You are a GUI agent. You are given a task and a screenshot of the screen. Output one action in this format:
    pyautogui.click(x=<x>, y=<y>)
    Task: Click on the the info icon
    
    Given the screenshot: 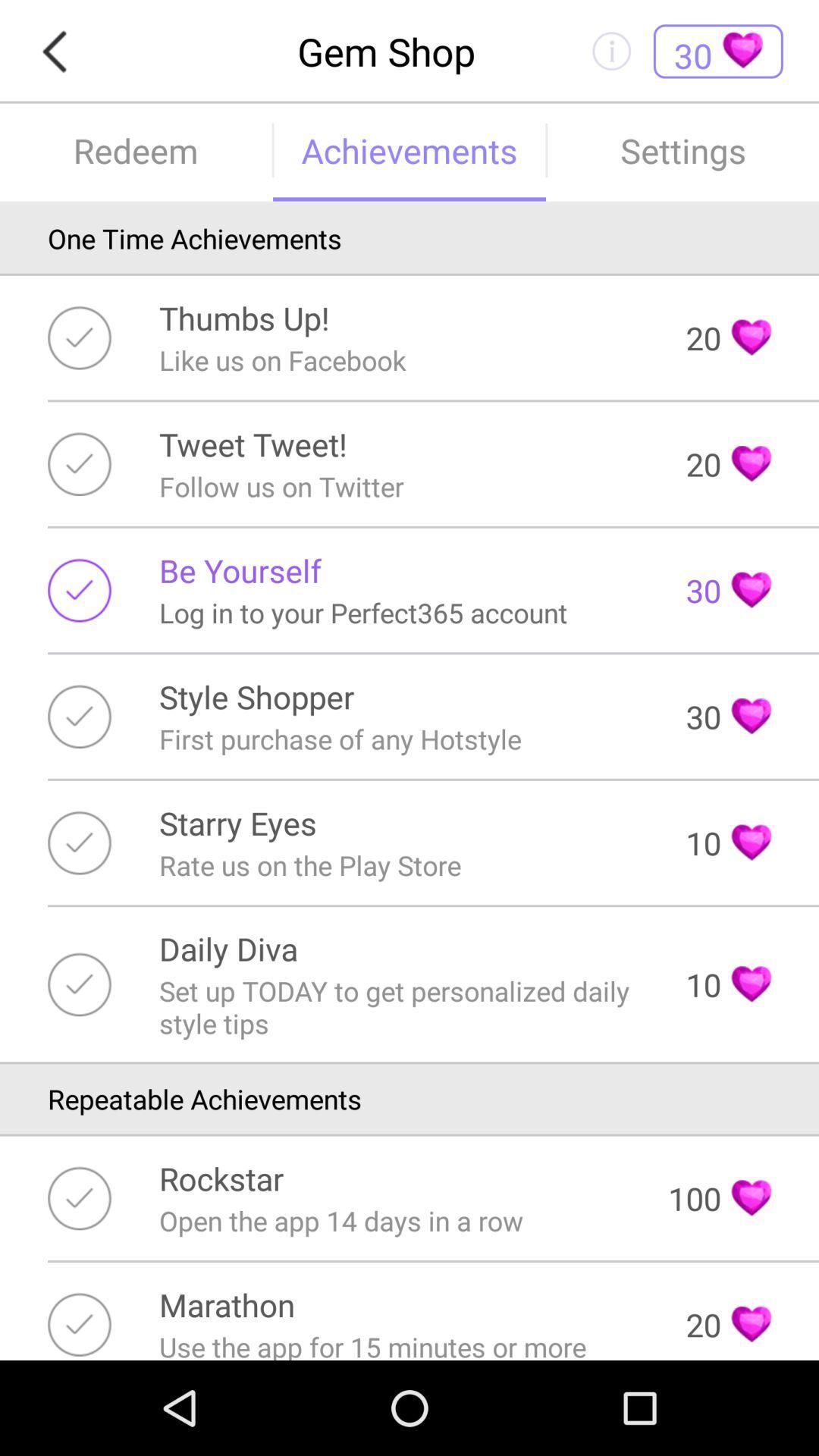 What is the action you would take?
    pyautogui.click(x=610, y=55)
    